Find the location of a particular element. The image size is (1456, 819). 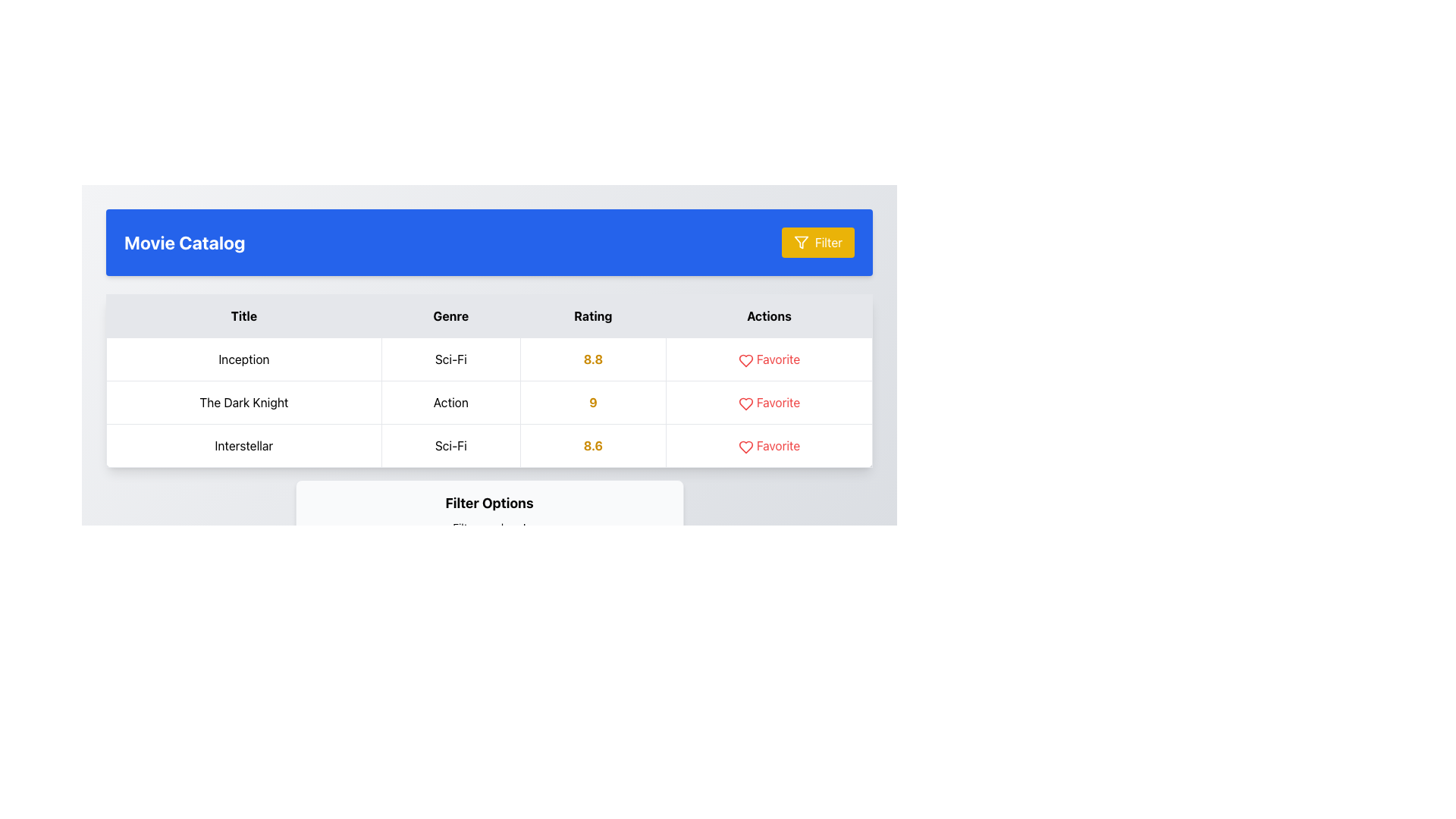

the 'Filter' button located in the upper right corner of the blue header bar is located at coordinates (827, 242).